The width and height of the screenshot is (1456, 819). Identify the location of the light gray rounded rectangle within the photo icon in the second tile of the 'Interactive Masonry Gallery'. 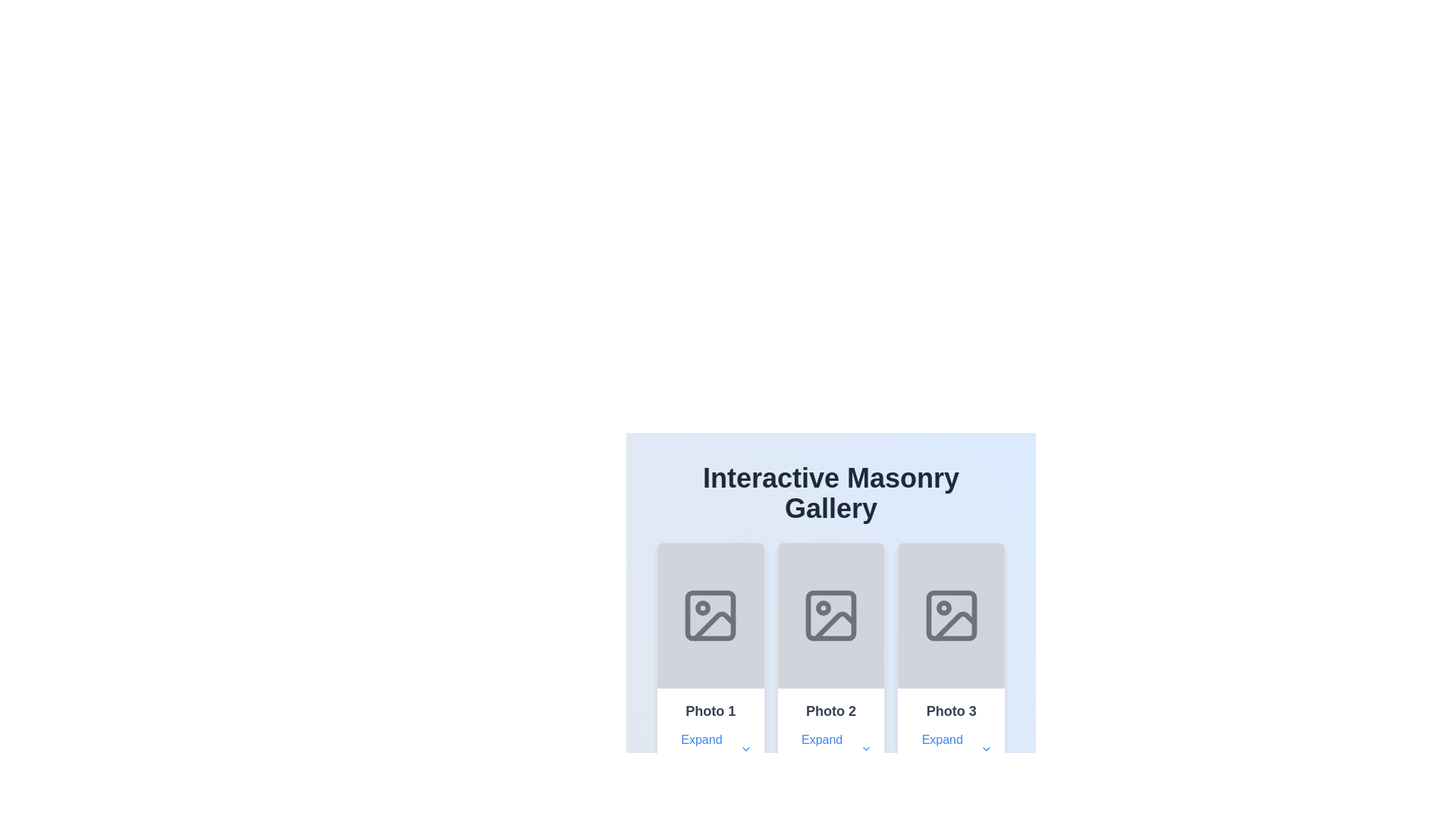
(830, 616).